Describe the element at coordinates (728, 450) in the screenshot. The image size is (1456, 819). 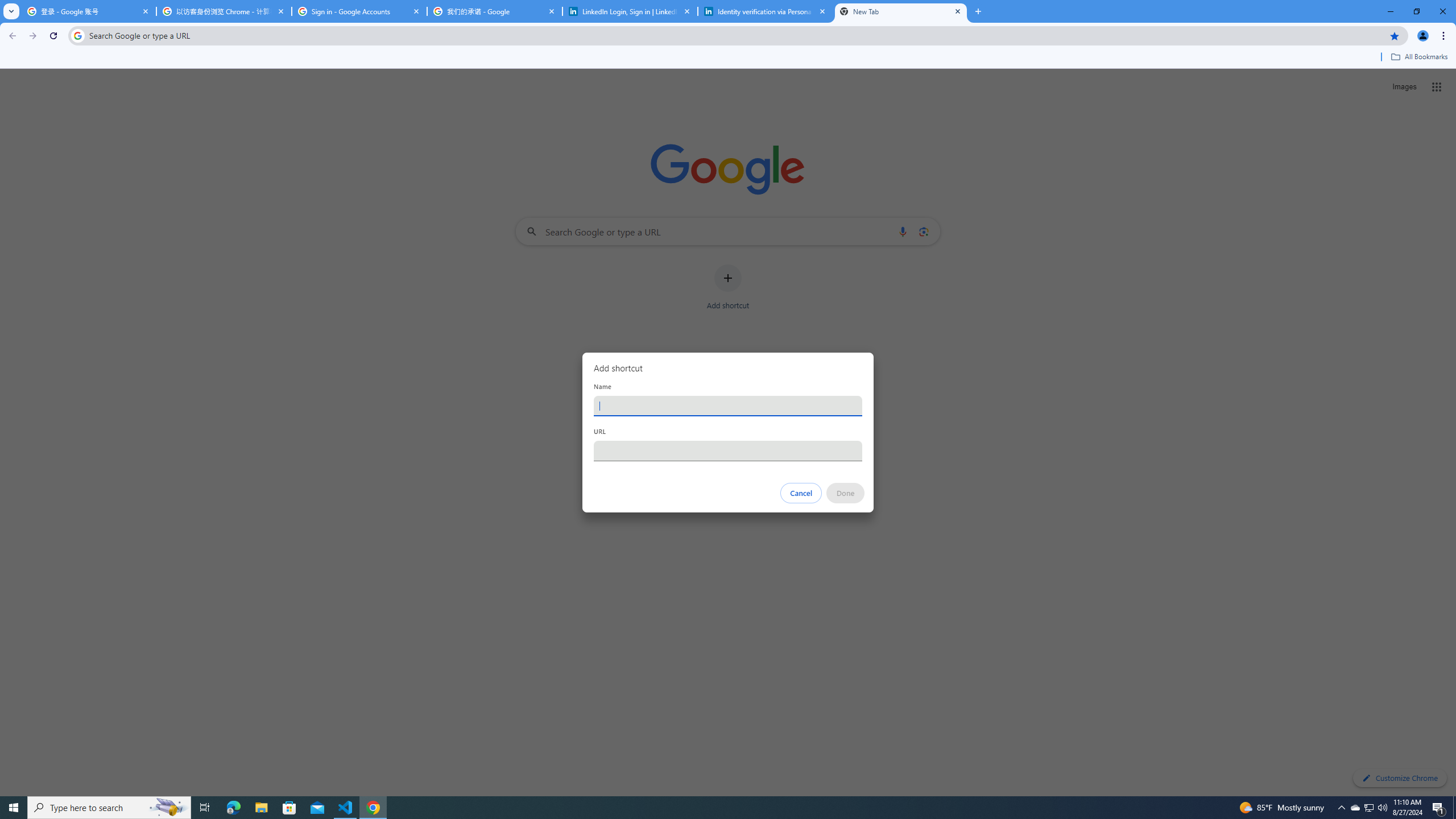
I see `'URL'` at that location.